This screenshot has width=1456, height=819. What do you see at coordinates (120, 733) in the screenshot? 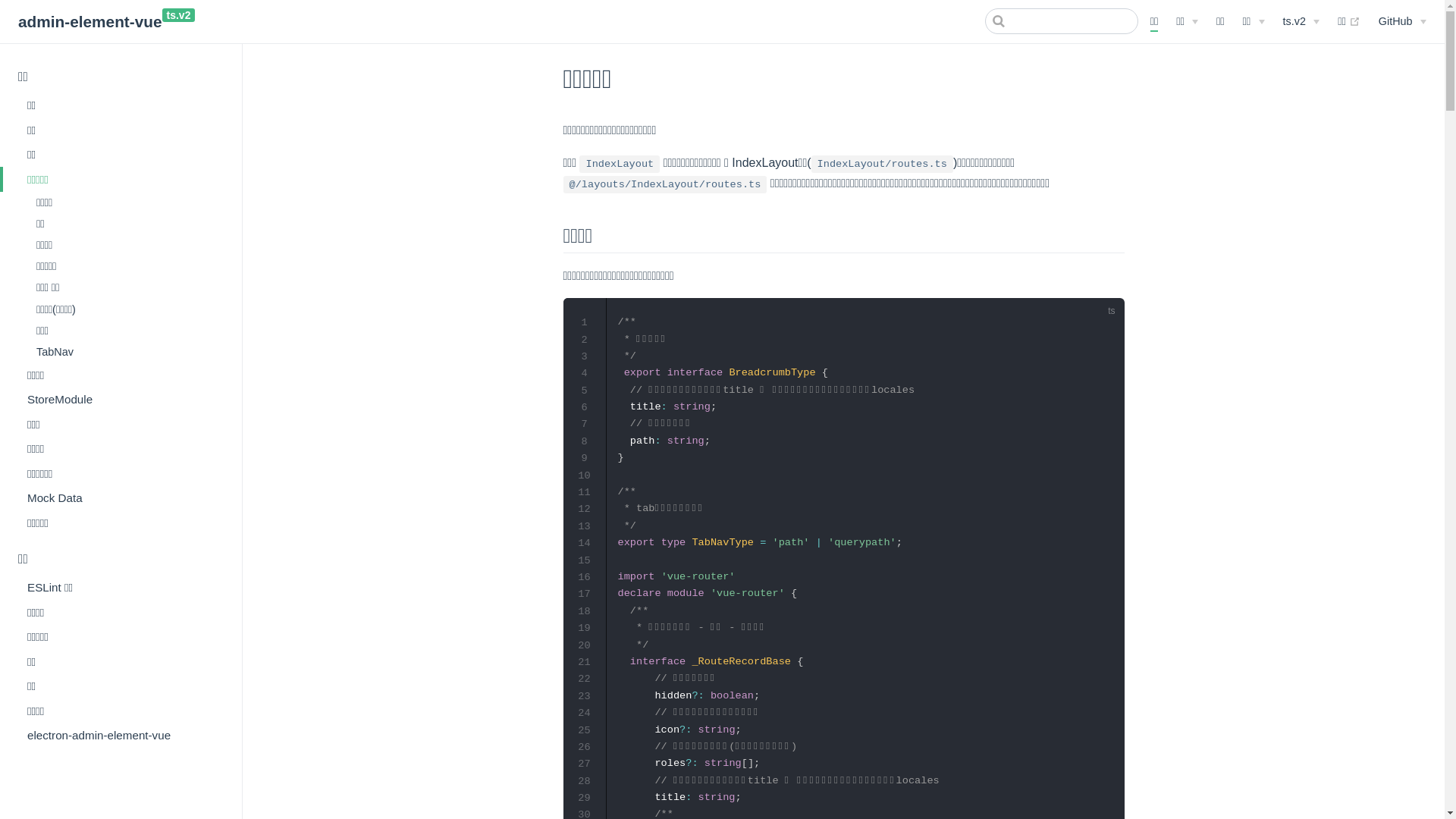
I see `'electron-admin-element-vue'` at bounding box center [120, 733].